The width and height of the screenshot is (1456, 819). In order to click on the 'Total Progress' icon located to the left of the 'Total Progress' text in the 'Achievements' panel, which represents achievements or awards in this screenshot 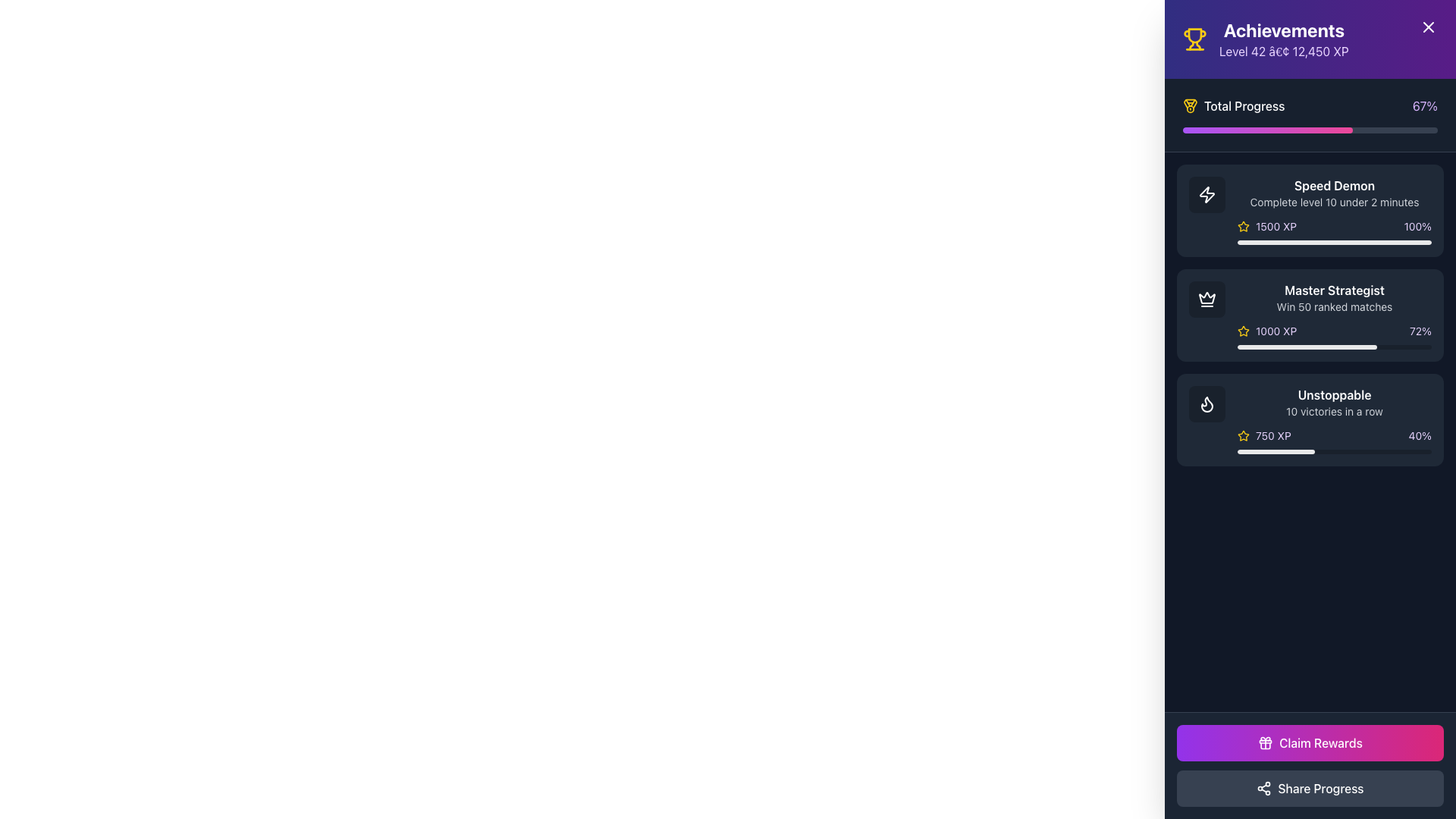, I will do `click(1189, 105)`.